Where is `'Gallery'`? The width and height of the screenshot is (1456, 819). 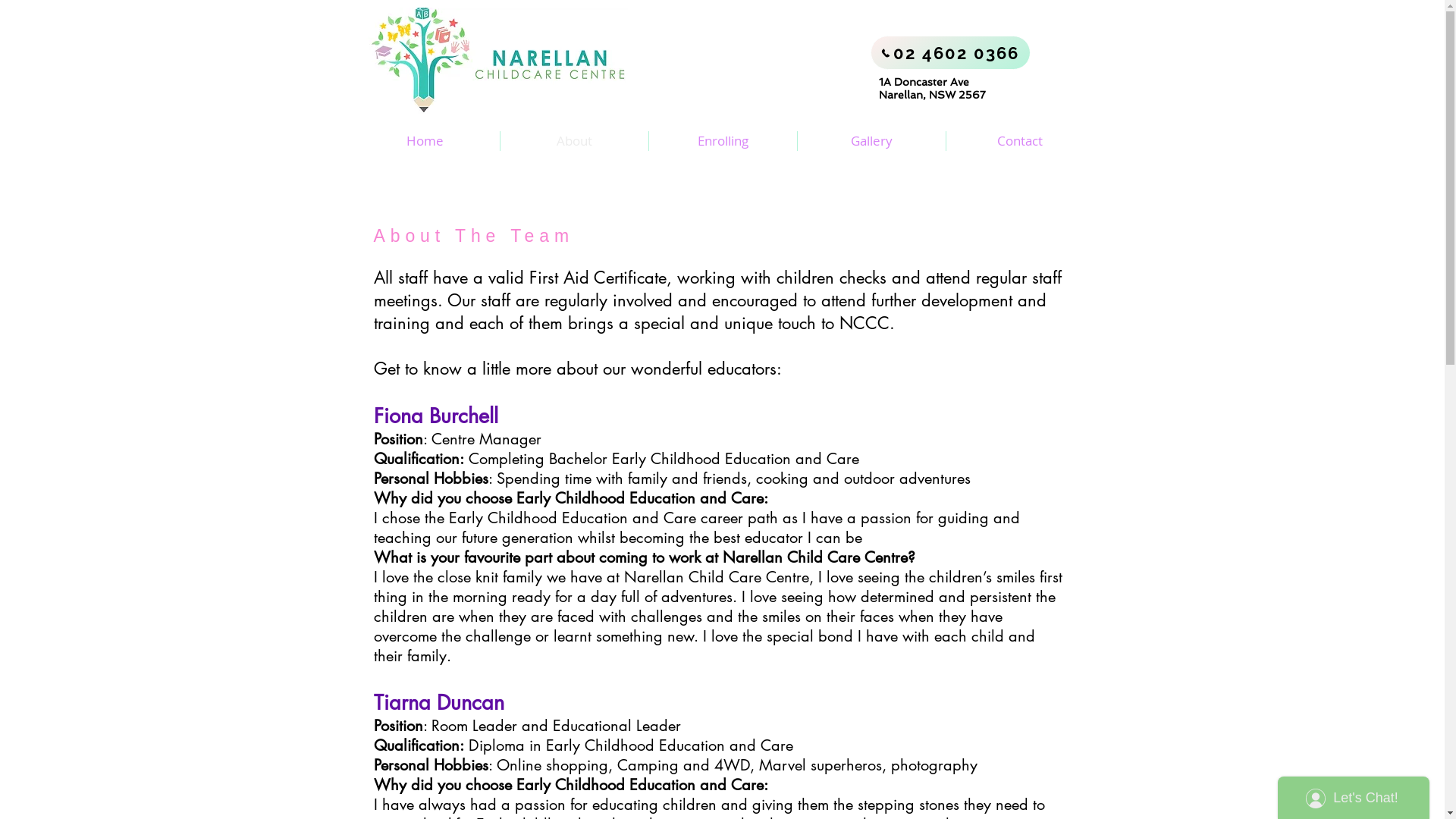 'Gallery' is located at coordinates (871, 140).